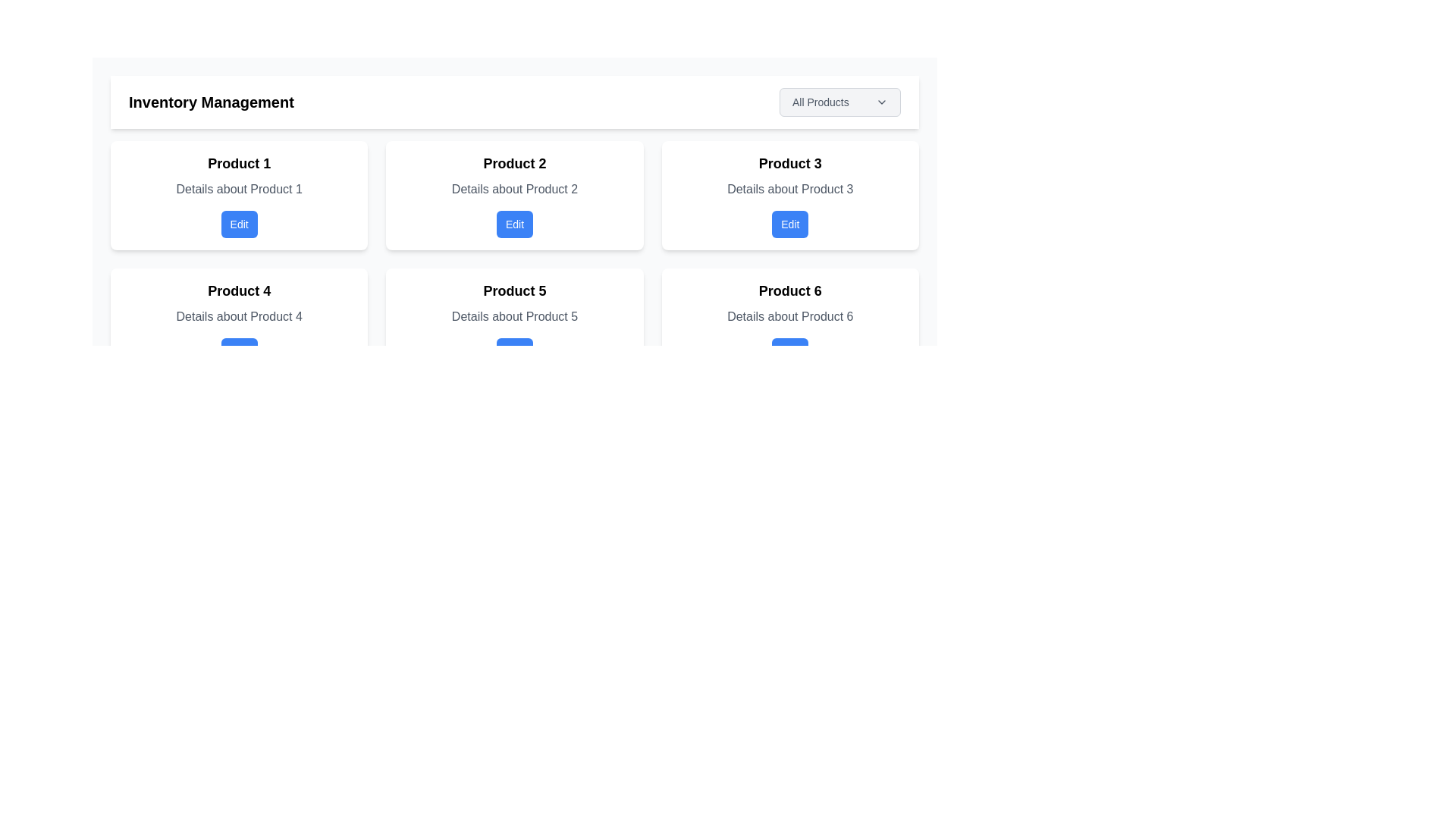 The height and width of the screenshot is (819, 1456). I want to click on the 'Edit' button on the product information card located in the third position of the upper row of the grid layout, so click(789, 195).